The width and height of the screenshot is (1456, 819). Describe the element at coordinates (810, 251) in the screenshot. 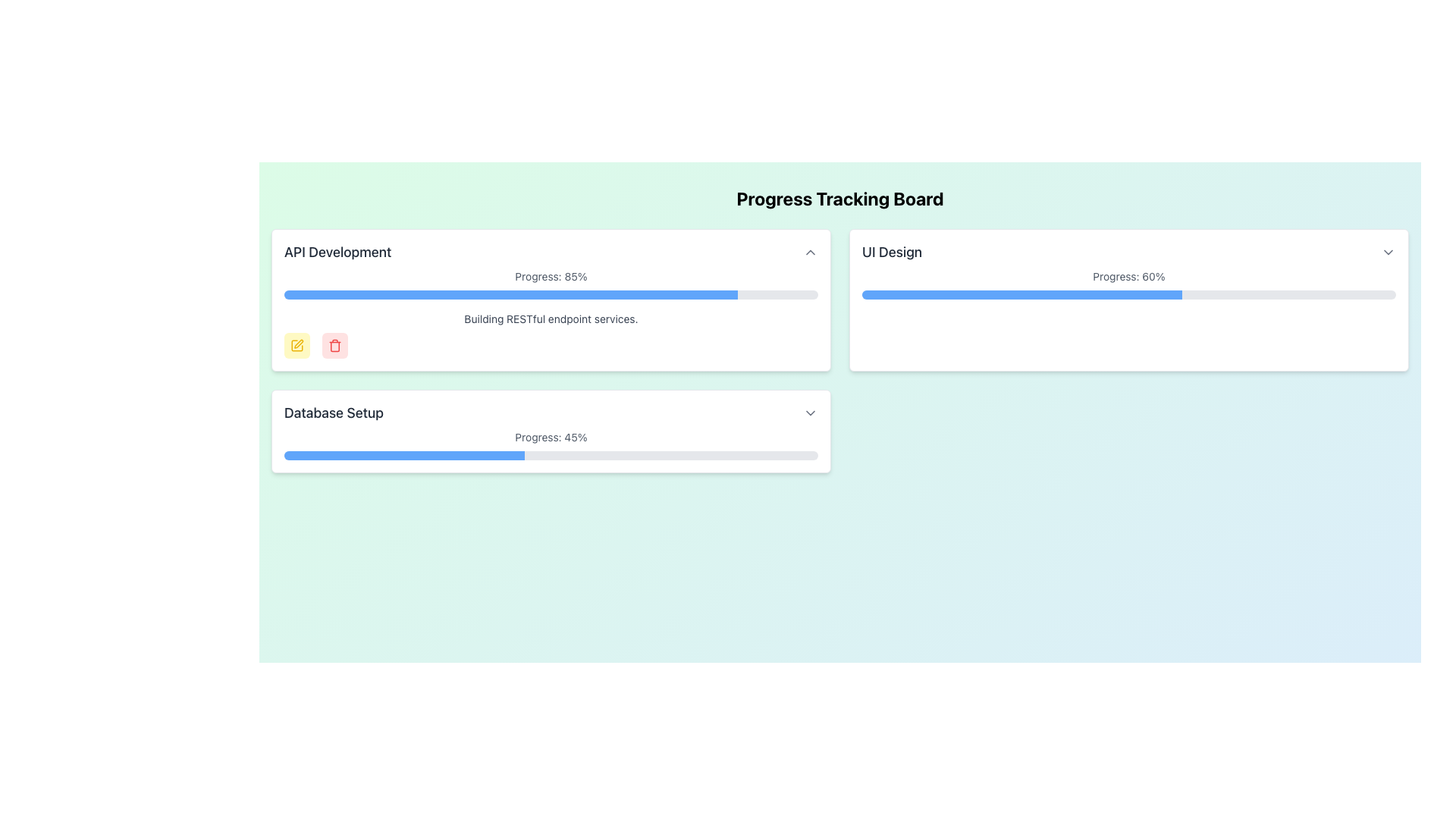

I see `the upward-pointing chevron icon in gray located in the top-right corner of the 'API Development' section` at that location.